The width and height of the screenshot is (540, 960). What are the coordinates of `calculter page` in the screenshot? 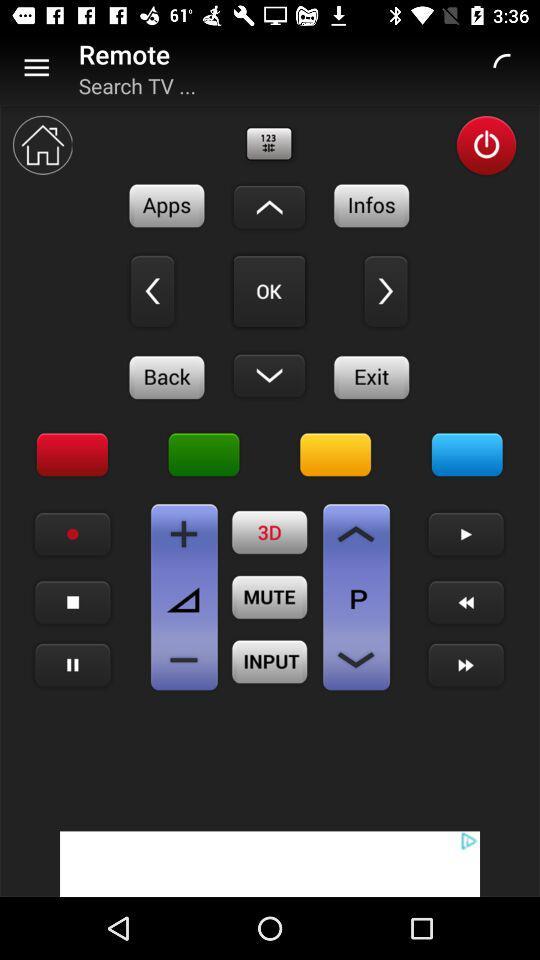 It's located at (184, 533).